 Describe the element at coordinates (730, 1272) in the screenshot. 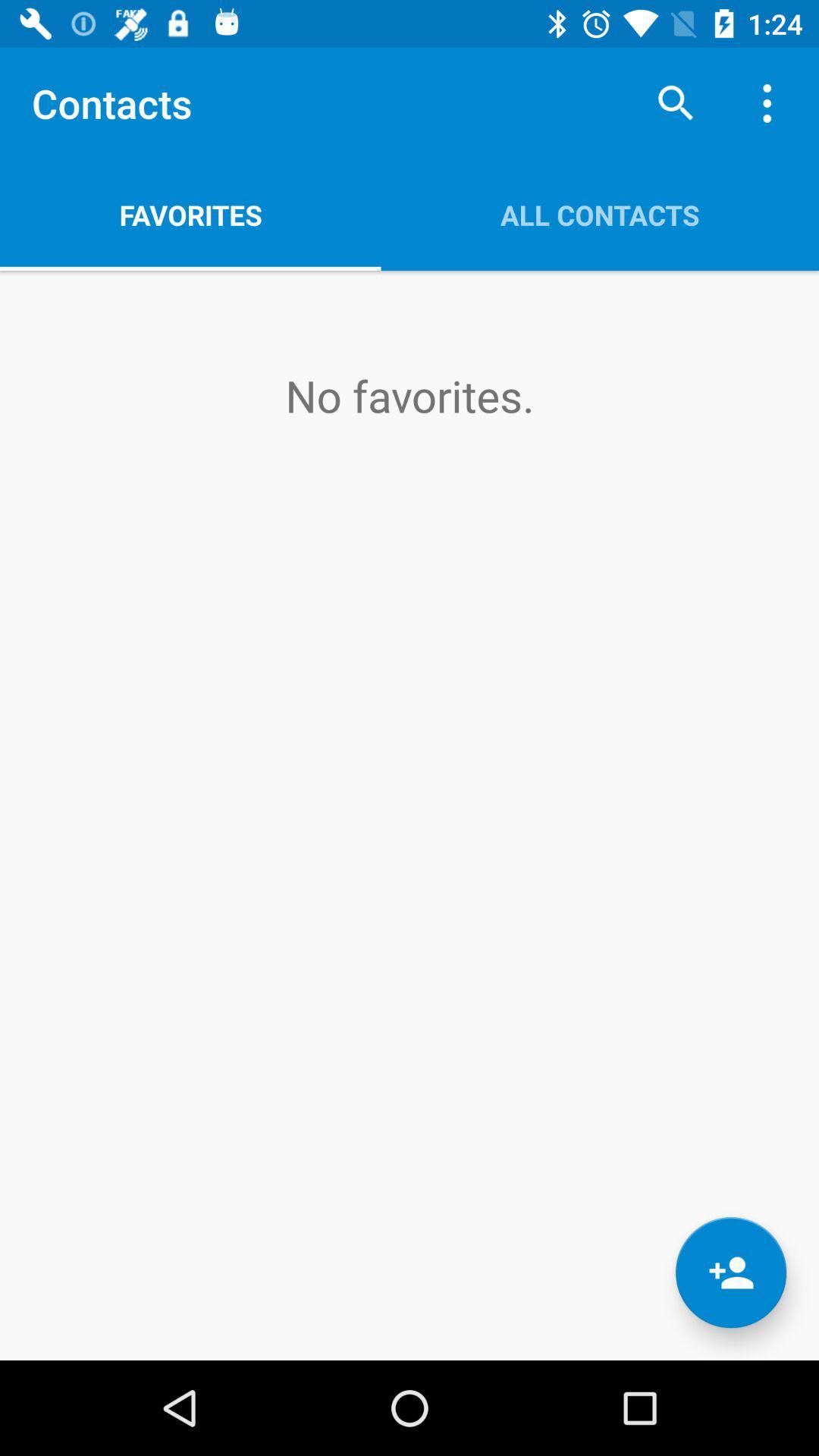

I see `the follow icon` at that location.